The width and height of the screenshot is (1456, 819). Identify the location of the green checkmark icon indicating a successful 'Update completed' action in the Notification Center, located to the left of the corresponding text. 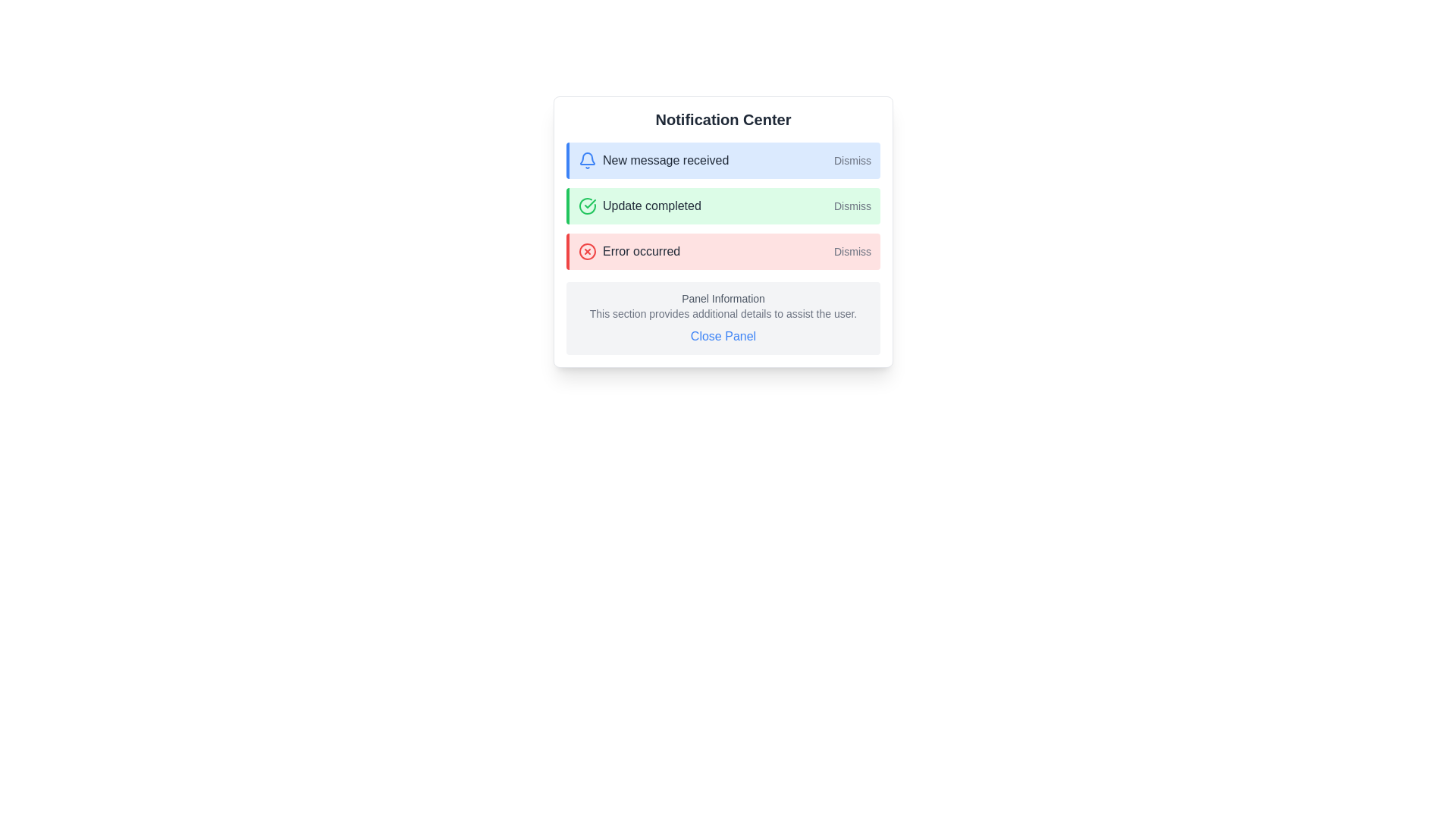
(589, 203).